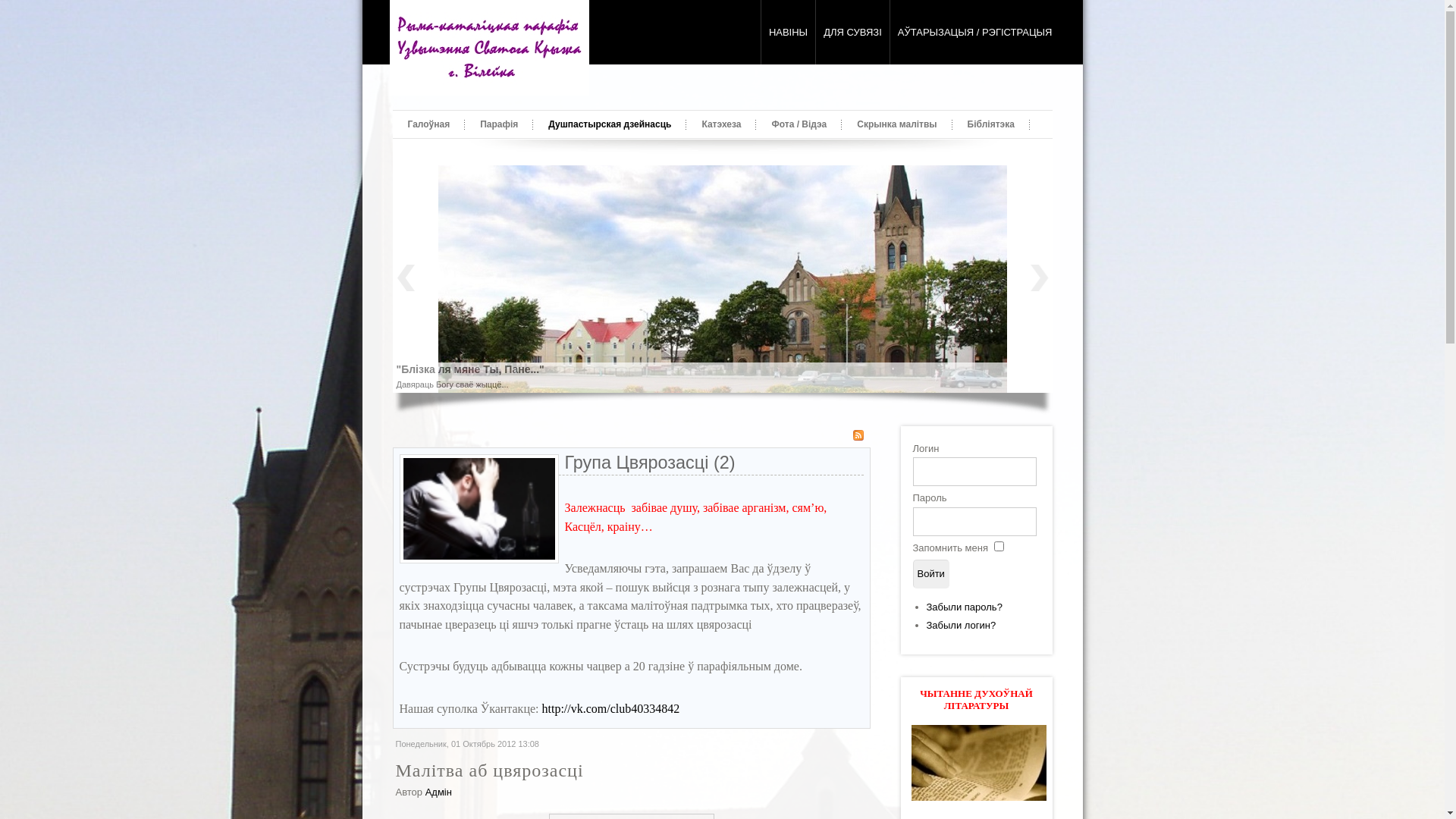 The image size is (1456, 819). I want to click on 'http://vk.com/club40334842', so click(610, 708).